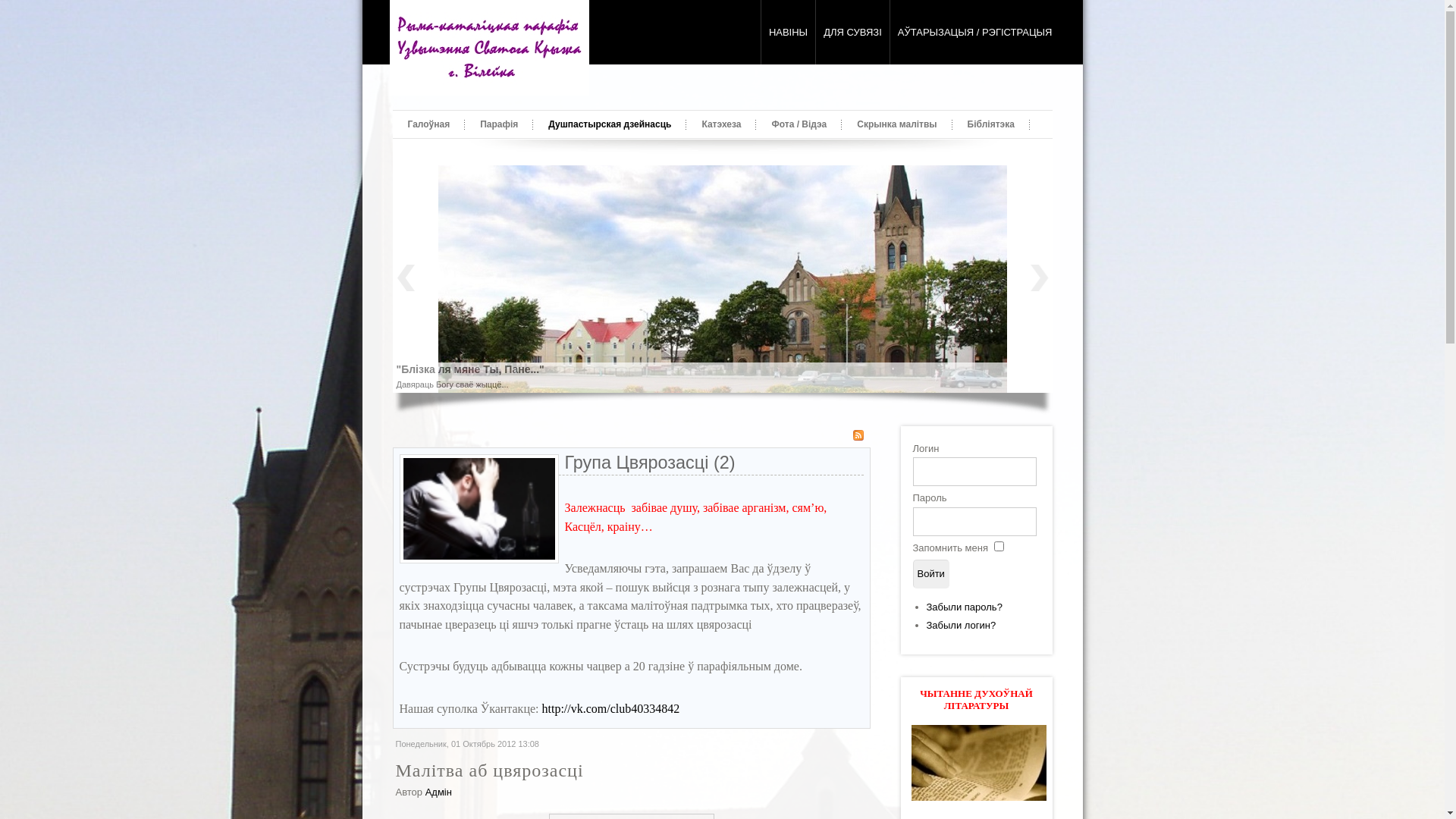 The image size is (1456, 819). I want to click on 'http://vk.com/club40334842', so click(610, 708).